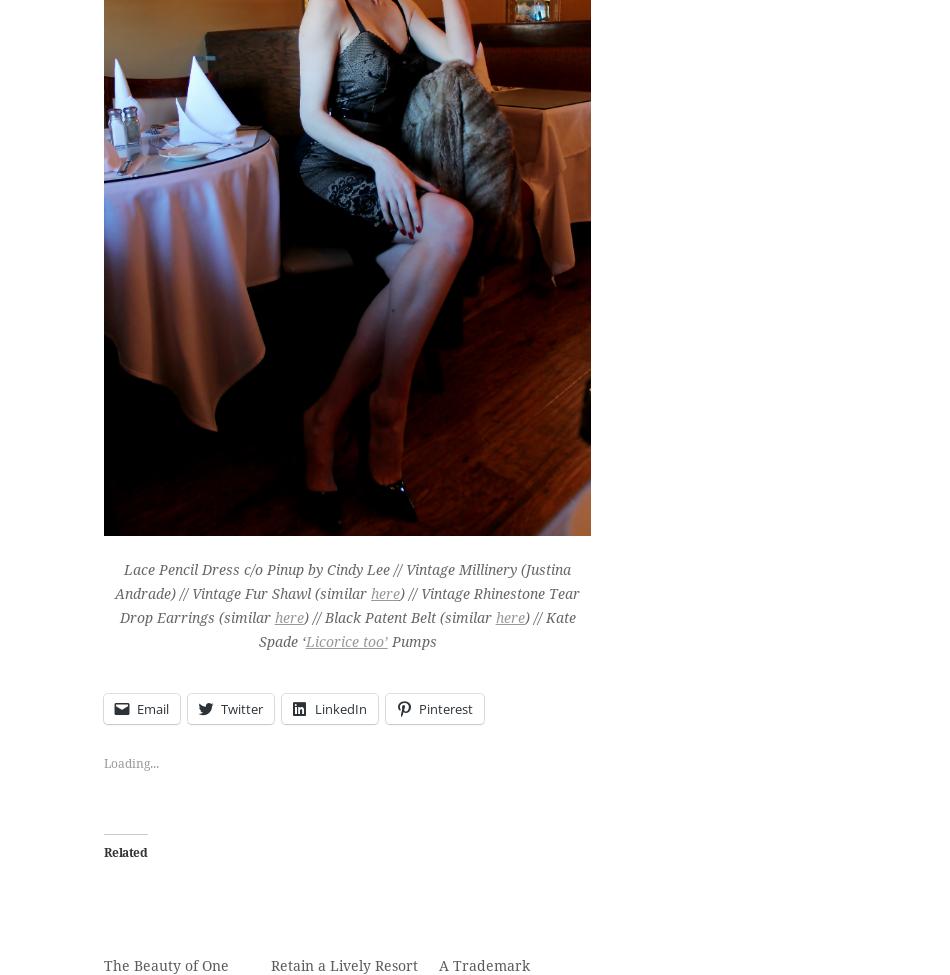 This screenshot has width=950, height=975. What do you see at coordinates (153, 707) in the screenshot?
I see `'Email'` at bounding box center [153, 707].